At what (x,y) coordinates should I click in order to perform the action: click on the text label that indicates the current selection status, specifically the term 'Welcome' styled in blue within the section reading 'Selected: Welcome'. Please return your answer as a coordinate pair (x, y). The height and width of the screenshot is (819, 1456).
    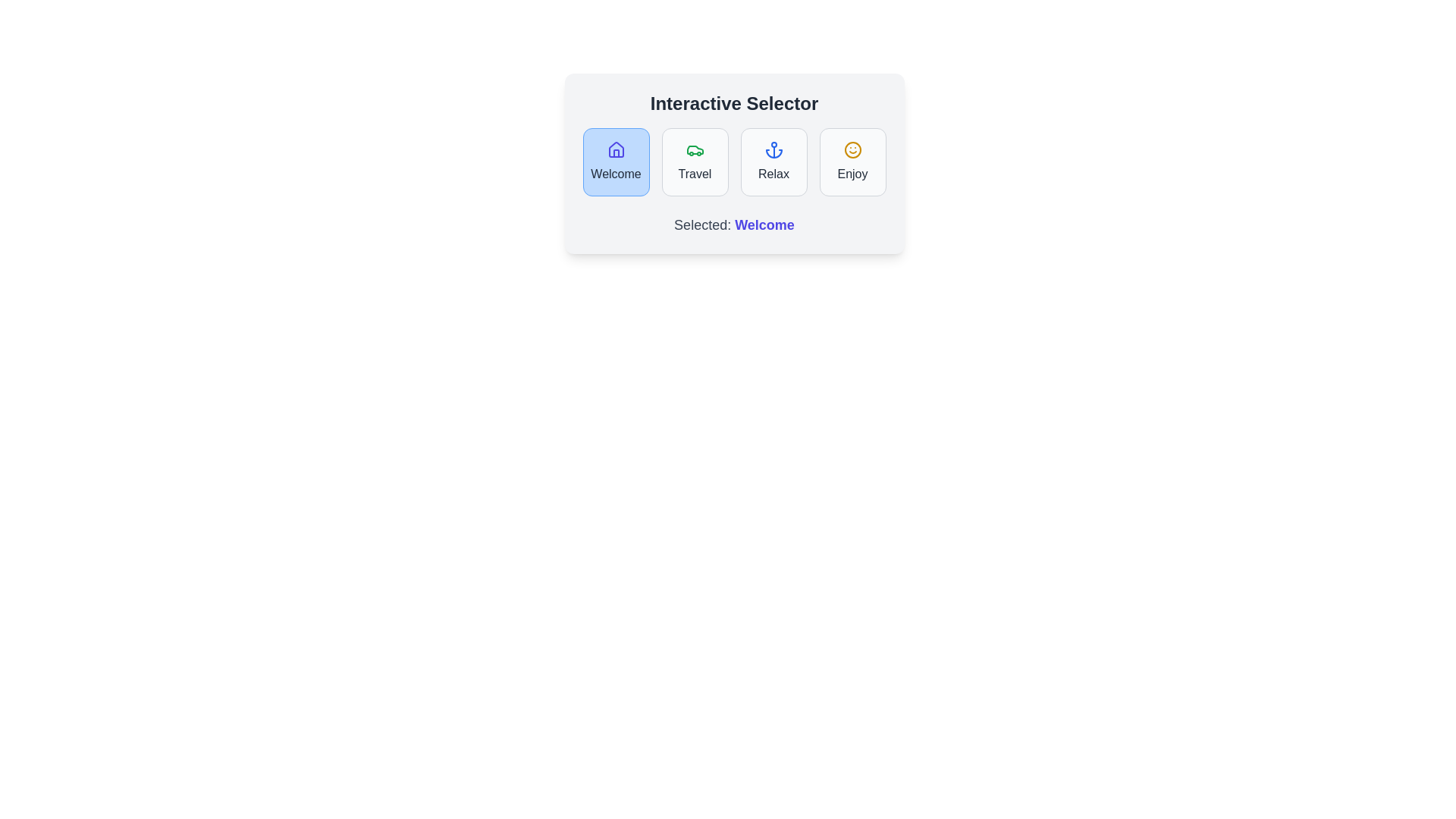
    Looking at the image, I should click on (764, 225).